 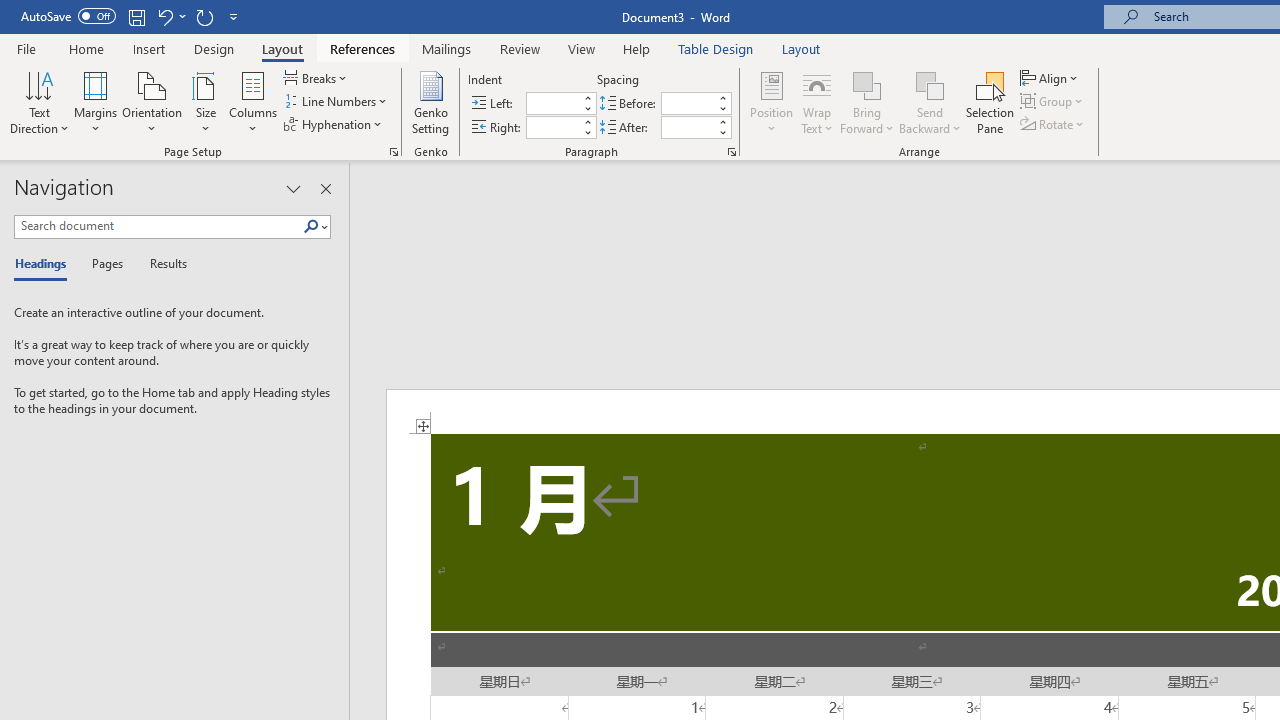 What do you see at coordinates (204, 16) in the screenshot?
I see `'Repeat Doc Close'` at bounding box center [204, 16].